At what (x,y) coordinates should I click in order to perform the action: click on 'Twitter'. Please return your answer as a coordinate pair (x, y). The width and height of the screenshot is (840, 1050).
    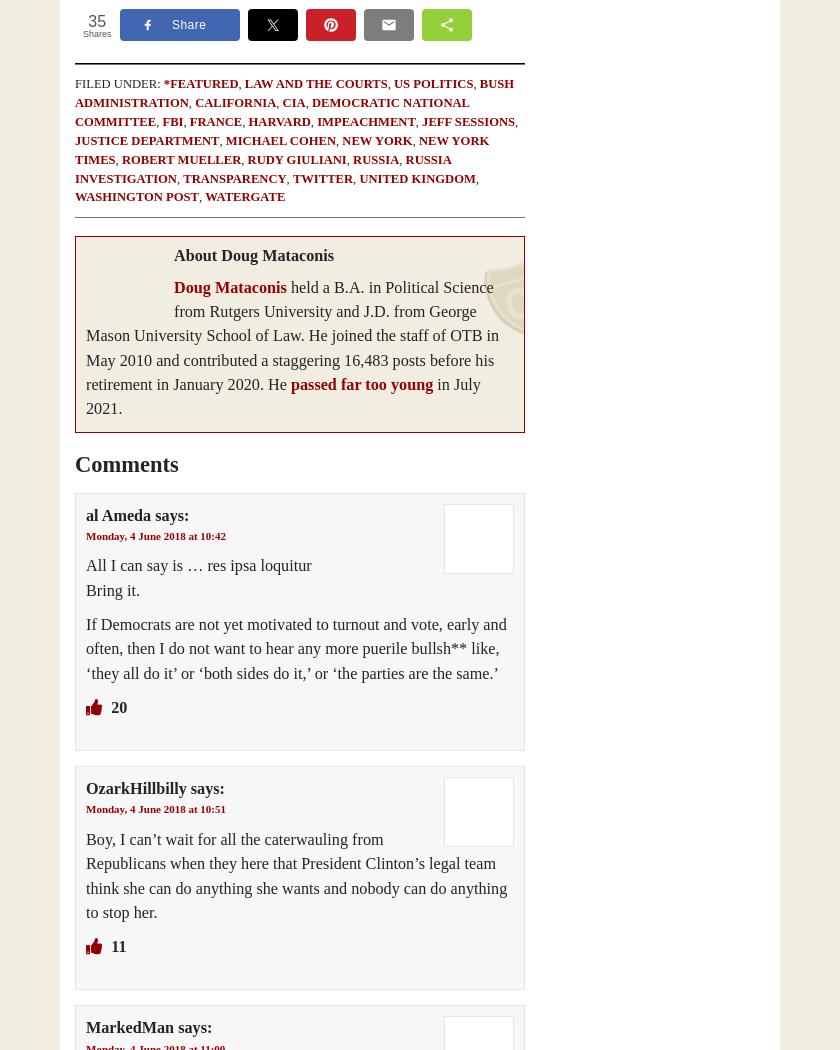
    Looking at the image, I should click on (322, 177).